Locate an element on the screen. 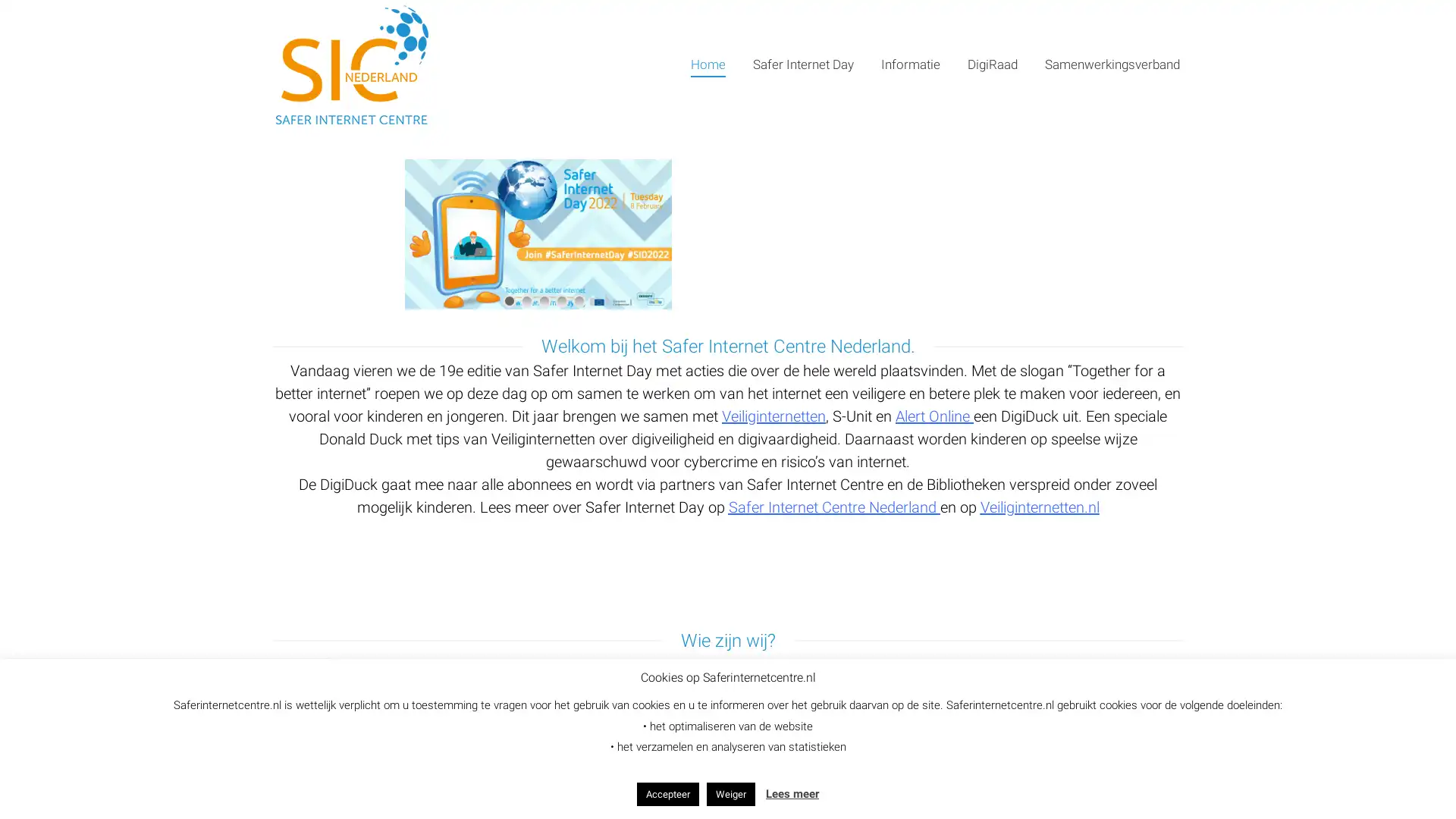 The width and height of the screenshot is (1456, 819). Weiger is located at coordinates (731, 793).